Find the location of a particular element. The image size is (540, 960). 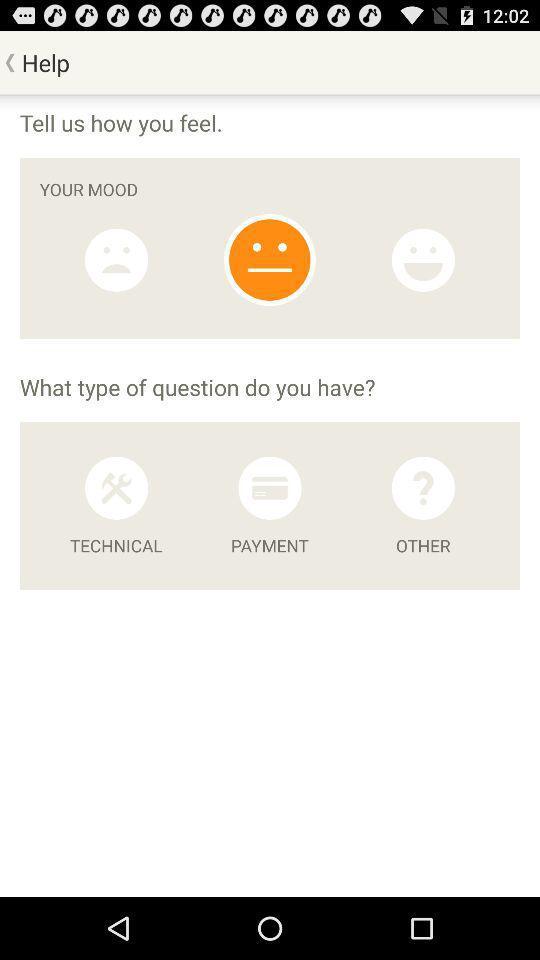

ask technical question is located at coordinates (116, 487).